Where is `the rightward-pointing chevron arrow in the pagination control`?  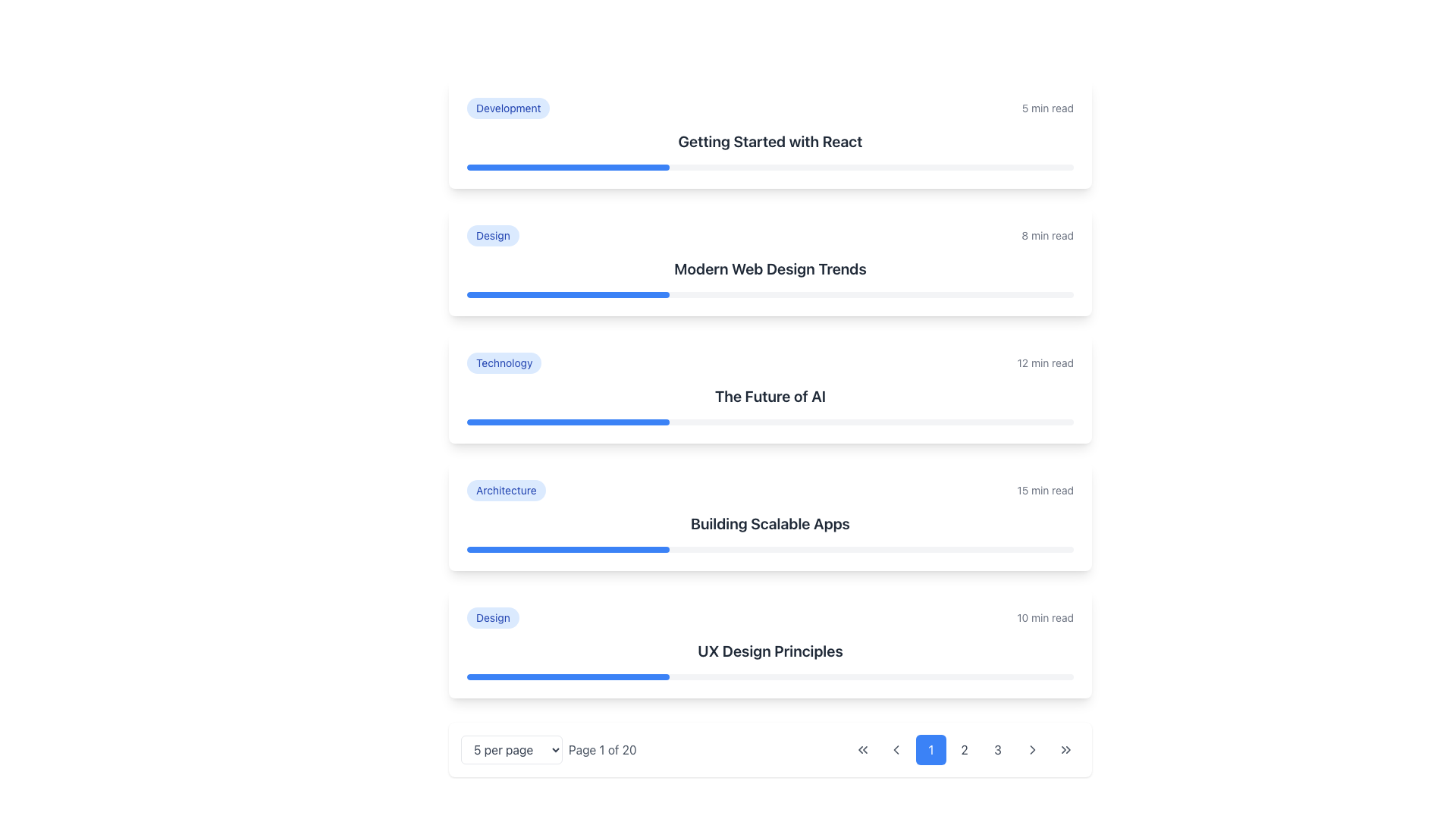 the rightward-pointing chevron arrow in the pagination control is located at coordinates (1032, 748).